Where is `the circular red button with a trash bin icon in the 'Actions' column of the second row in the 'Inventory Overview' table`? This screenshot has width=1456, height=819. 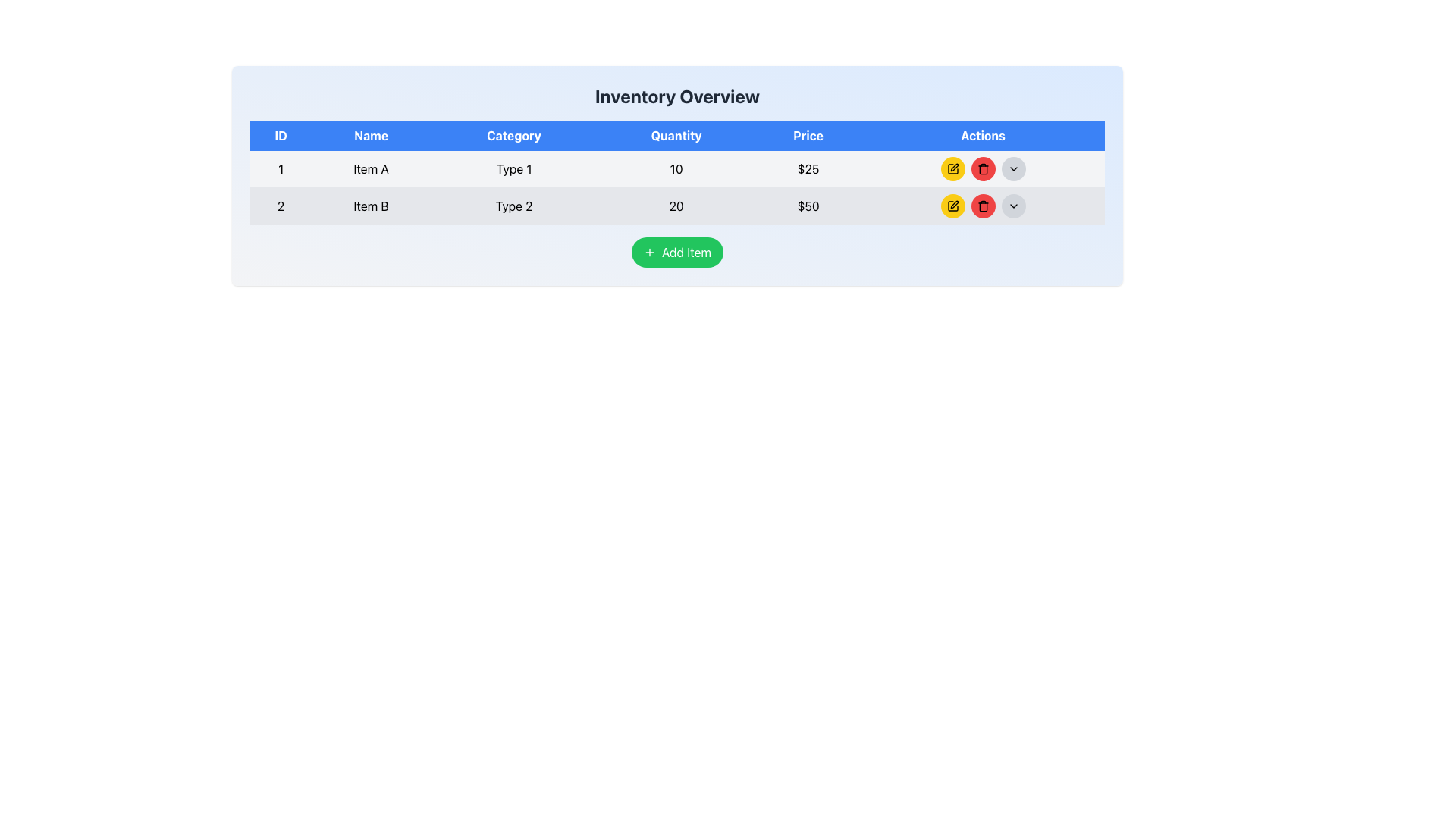
the circular red button with a trash bin icon in the 'Actions' column of the second row in the 'Inventory Overview' table is located at coordinates (983, 206).